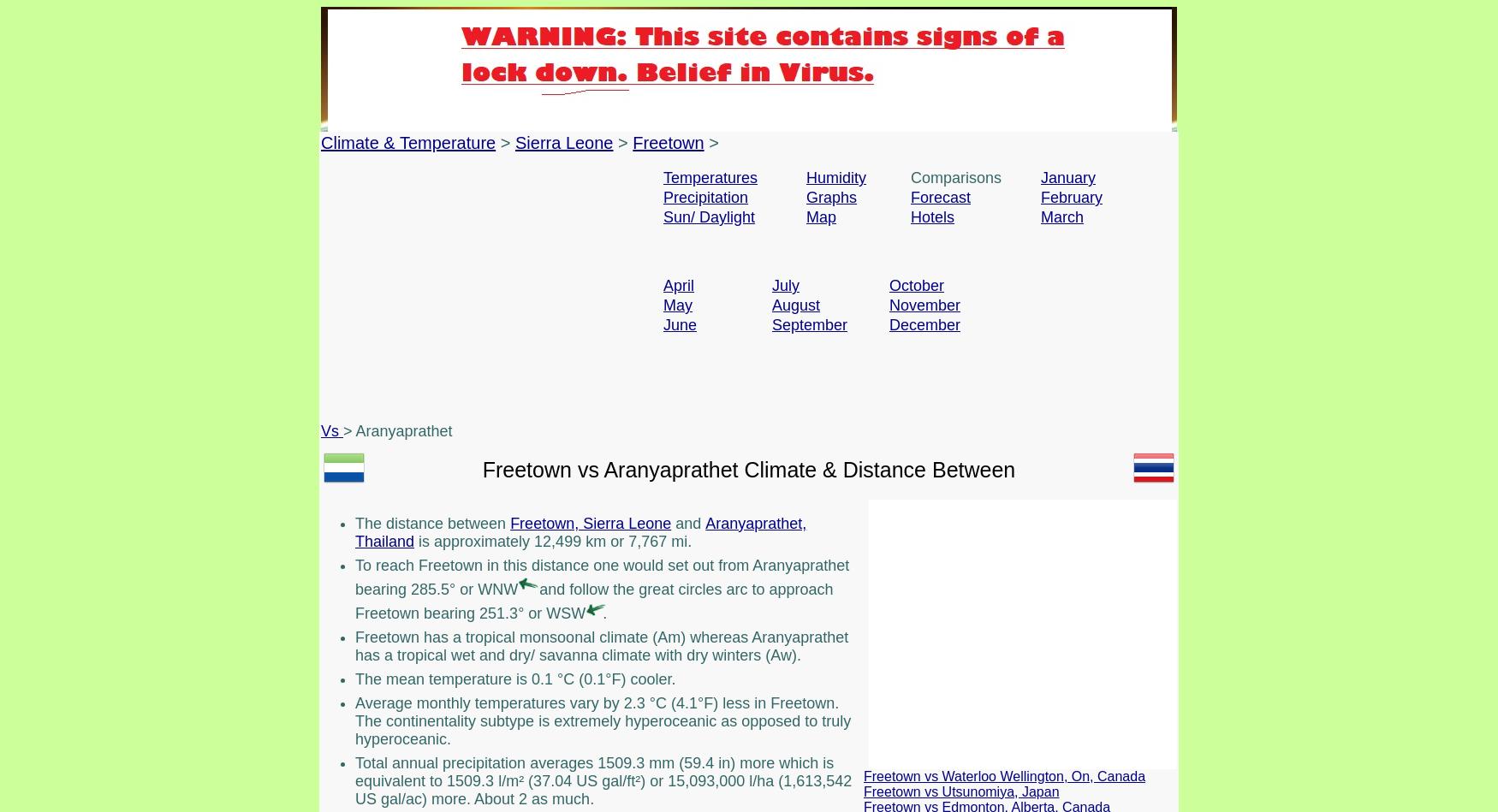  I want to click on 'is approximately 12,499 km or 7,767 mi.', so click(551, 540).